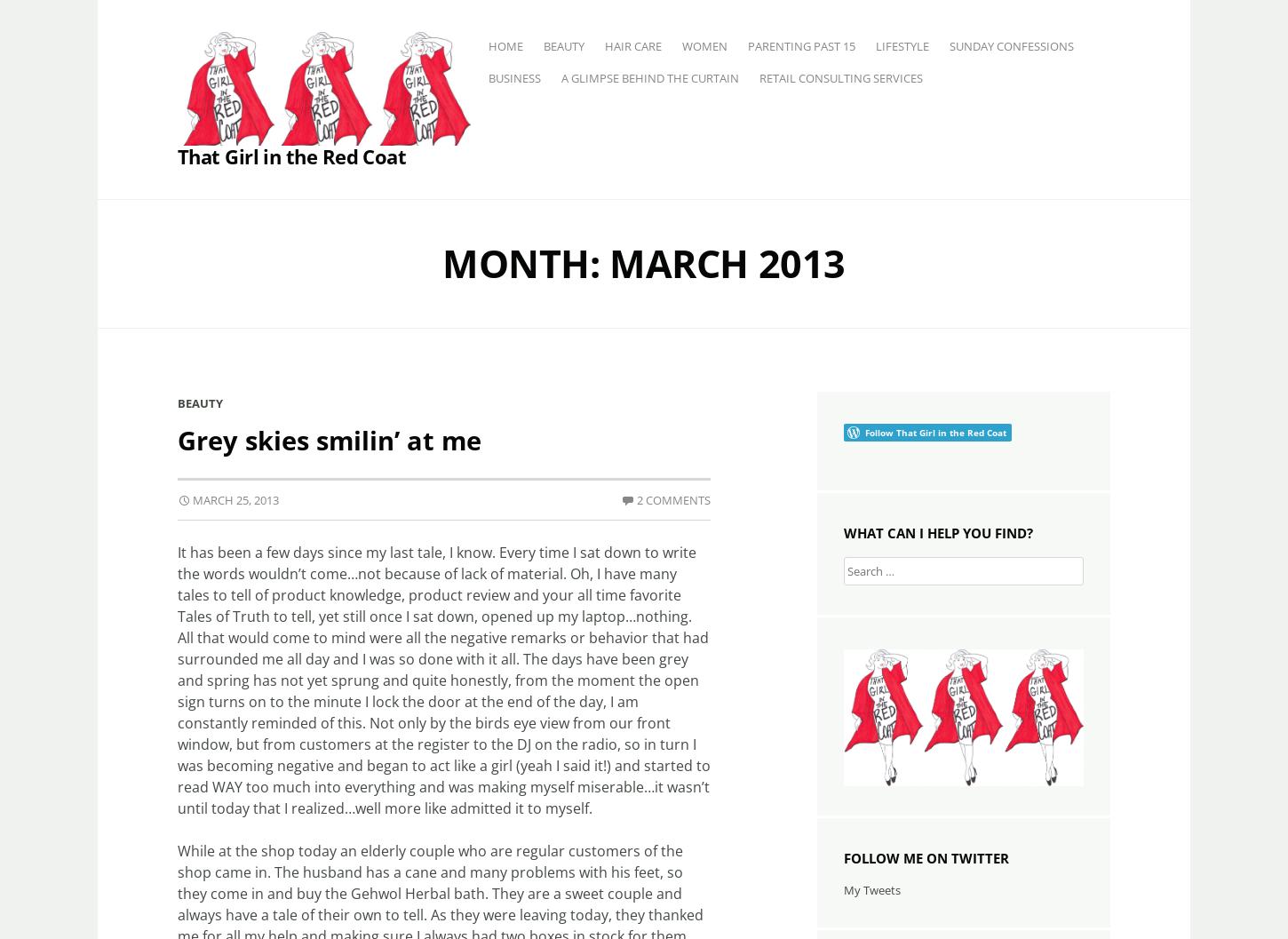  What do you see at coordinates (673, 498) in the screenshot?
I see `'2 Comments'` at bounding box center [673, 498].